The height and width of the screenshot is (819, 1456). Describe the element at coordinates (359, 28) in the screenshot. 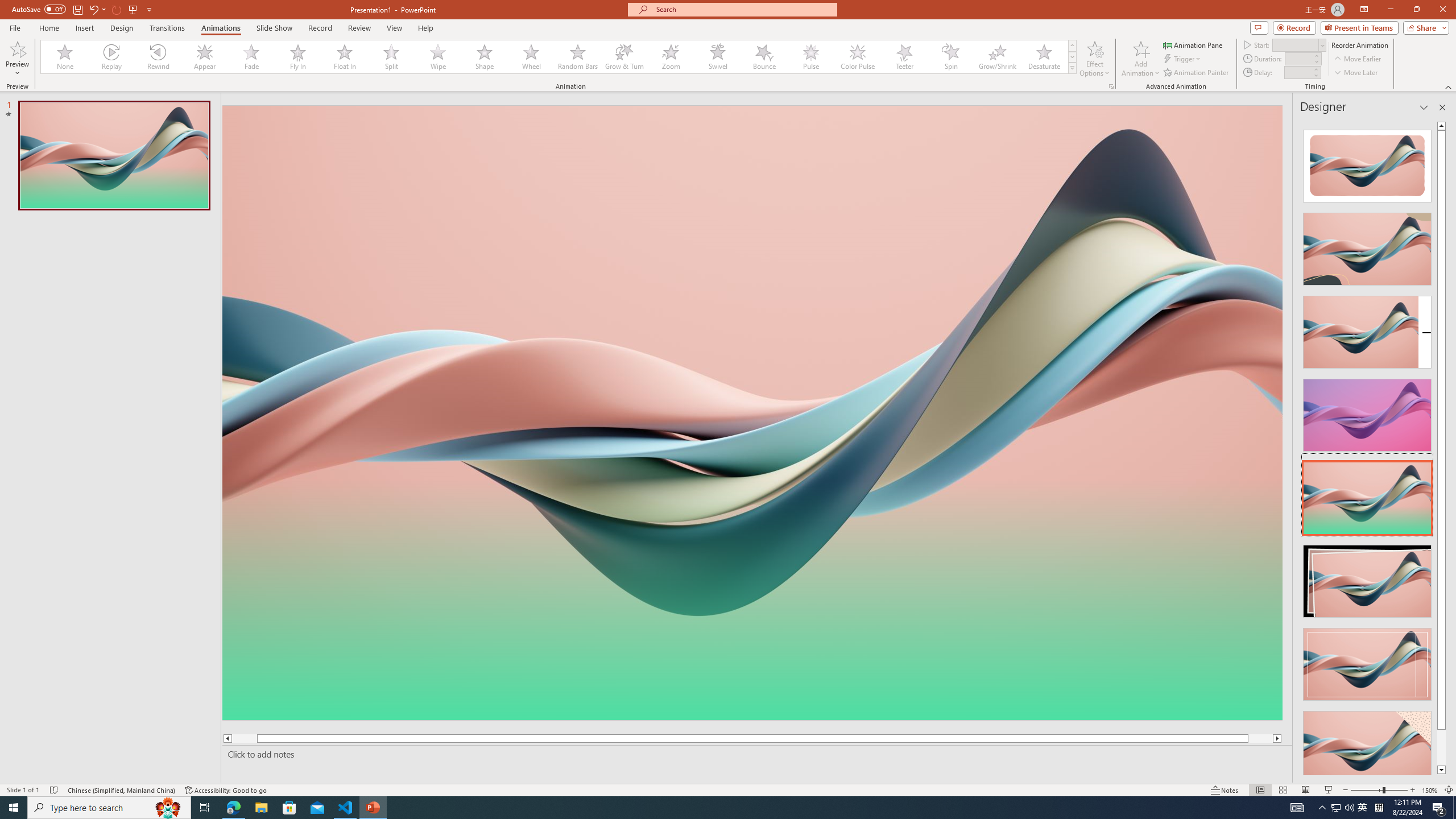

I see `'Review'` at that location.